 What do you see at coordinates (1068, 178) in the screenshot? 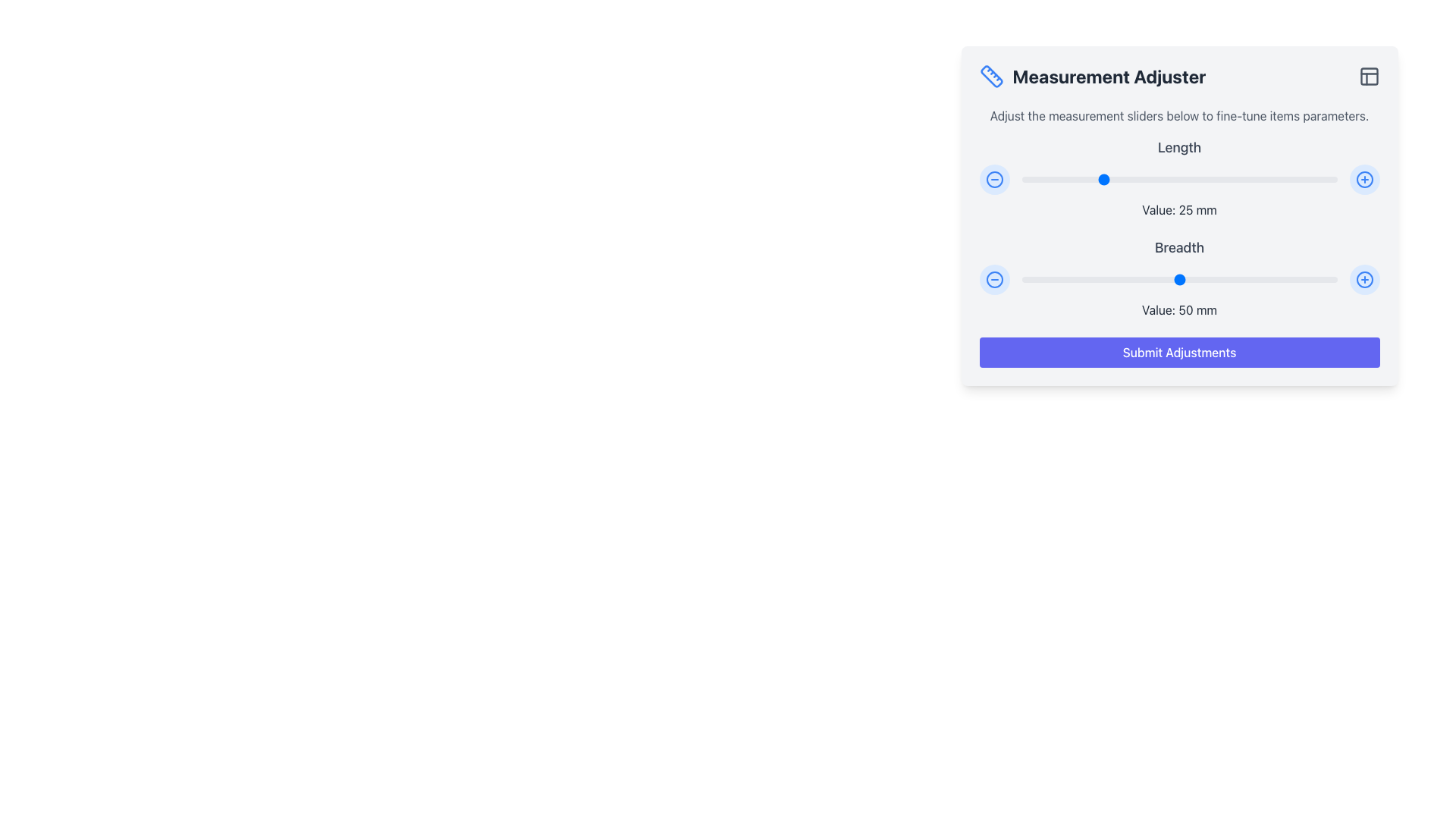
I see `the length adjustment slider` at bounding box center [1068, 178].